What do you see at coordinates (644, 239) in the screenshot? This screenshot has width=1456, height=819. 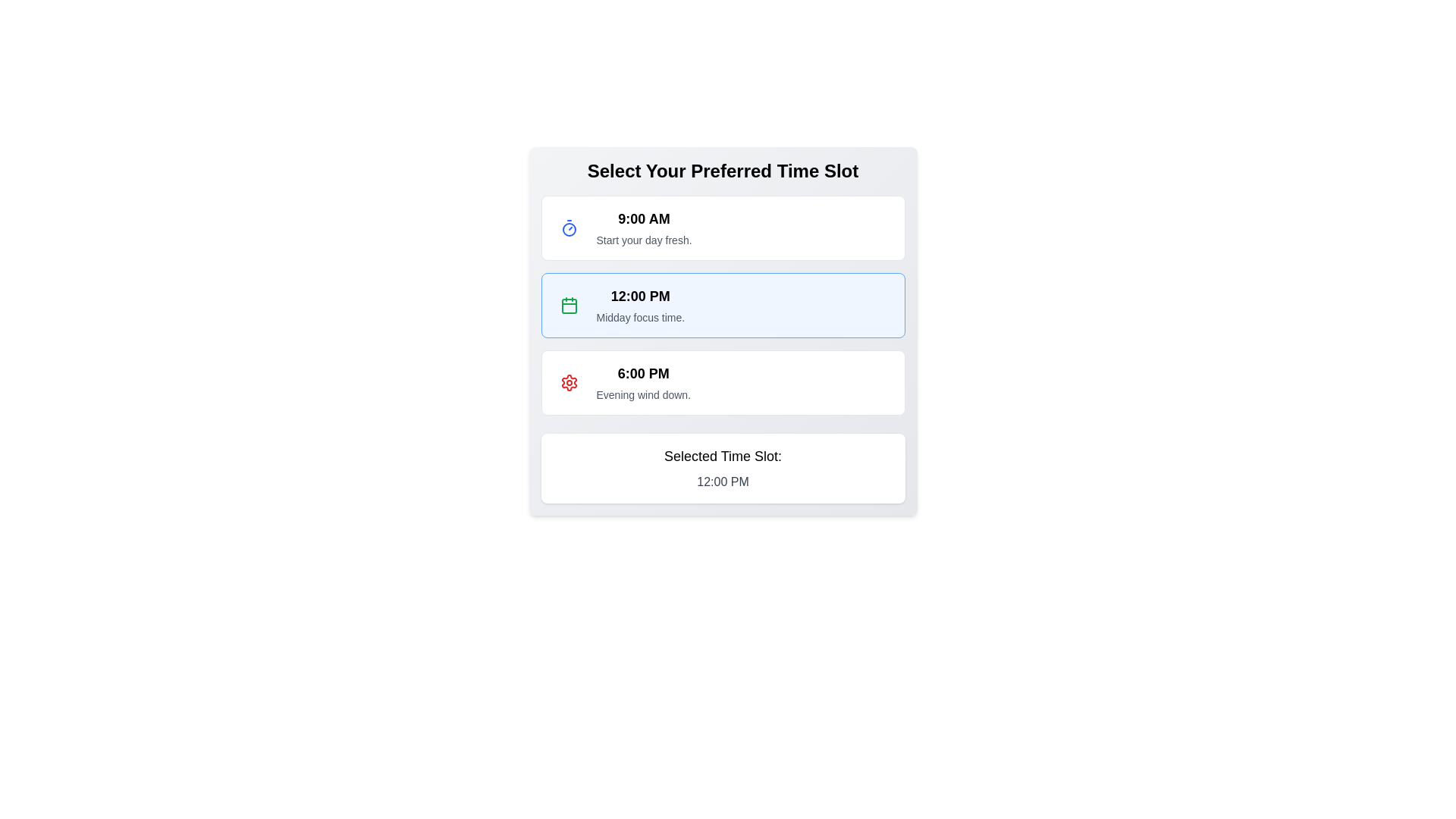 I see `the text label providing additional context for the time slot '9:00 AM', located directly beneath it in the selection interface` at bounding box center [644, 239].